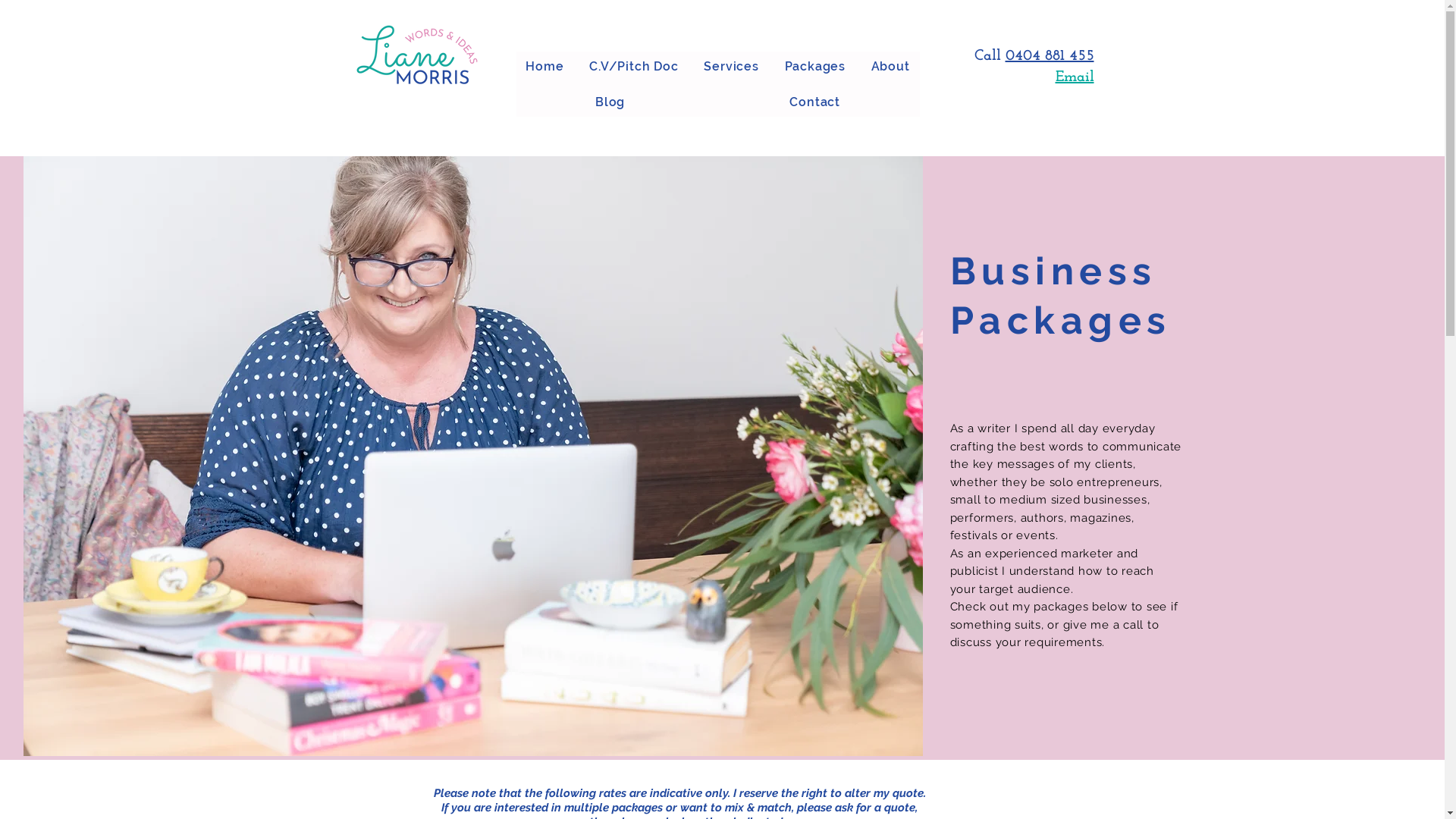 The height and width of the screenshot is (819, 1456). Describe the element at coordinates (814, 102) in the screenshot. I see `'Contact'` at that location.